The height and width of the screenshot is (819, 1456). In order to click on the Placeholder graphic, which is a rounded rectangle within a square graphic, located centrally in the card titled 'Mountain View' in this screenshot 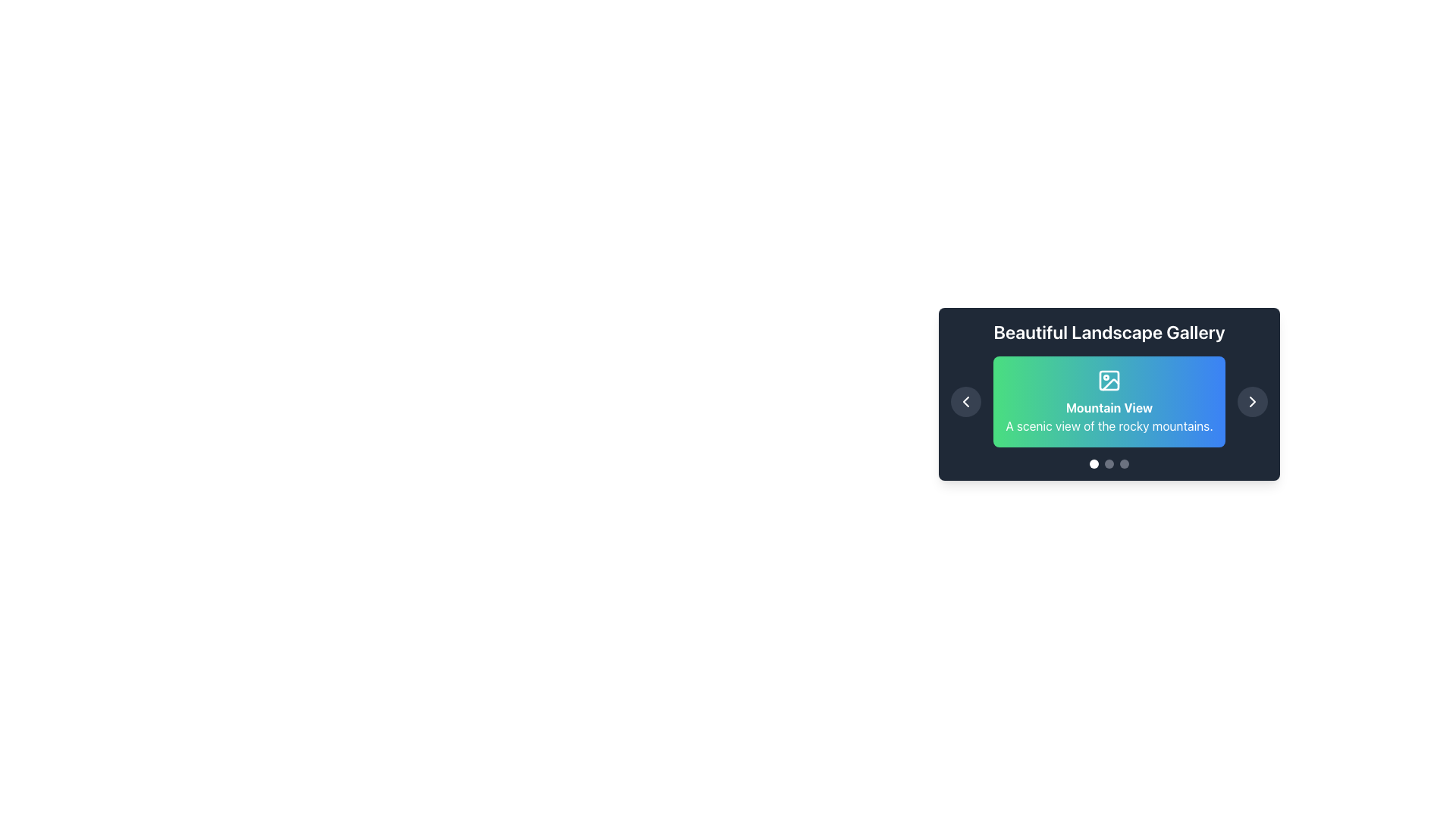, I will do `click(1109, 379)`.